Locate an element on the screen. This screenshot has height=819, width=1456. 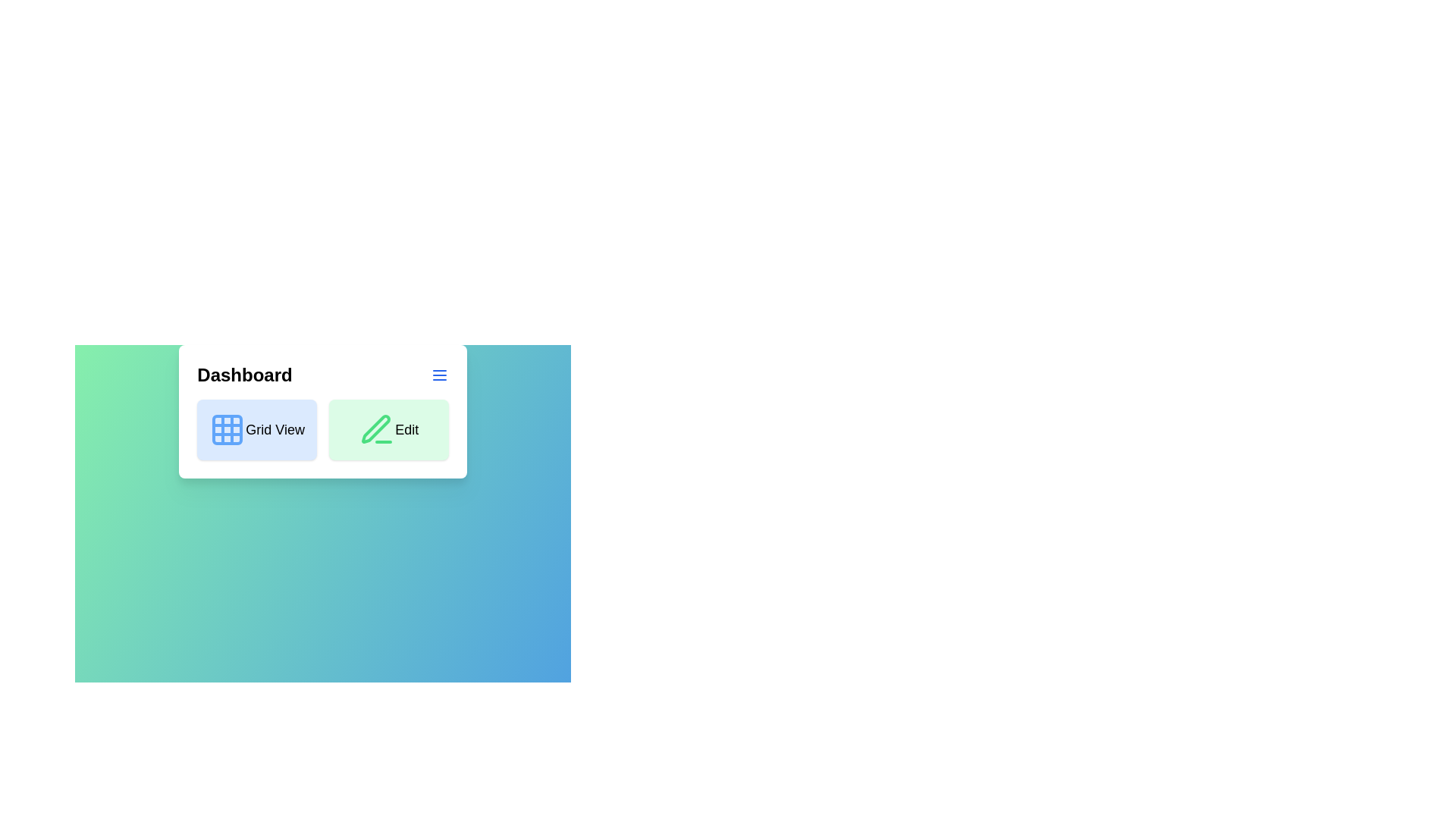
the menu icon to open the menu is located at coordinates (438, 375).